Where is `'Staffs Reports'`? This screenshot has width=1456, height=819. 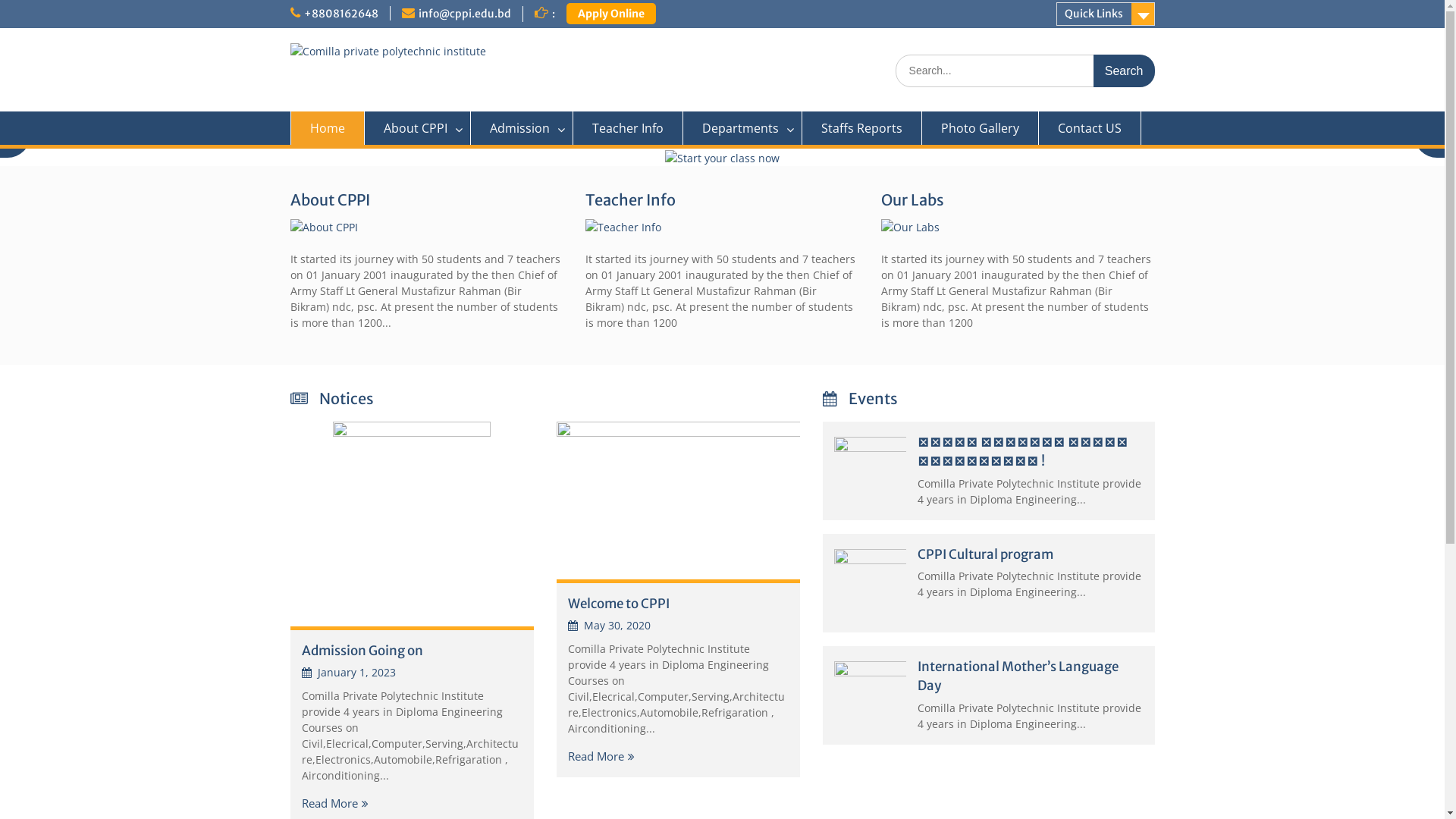 'Staffs Reports' is located at coordinates (862, 127).